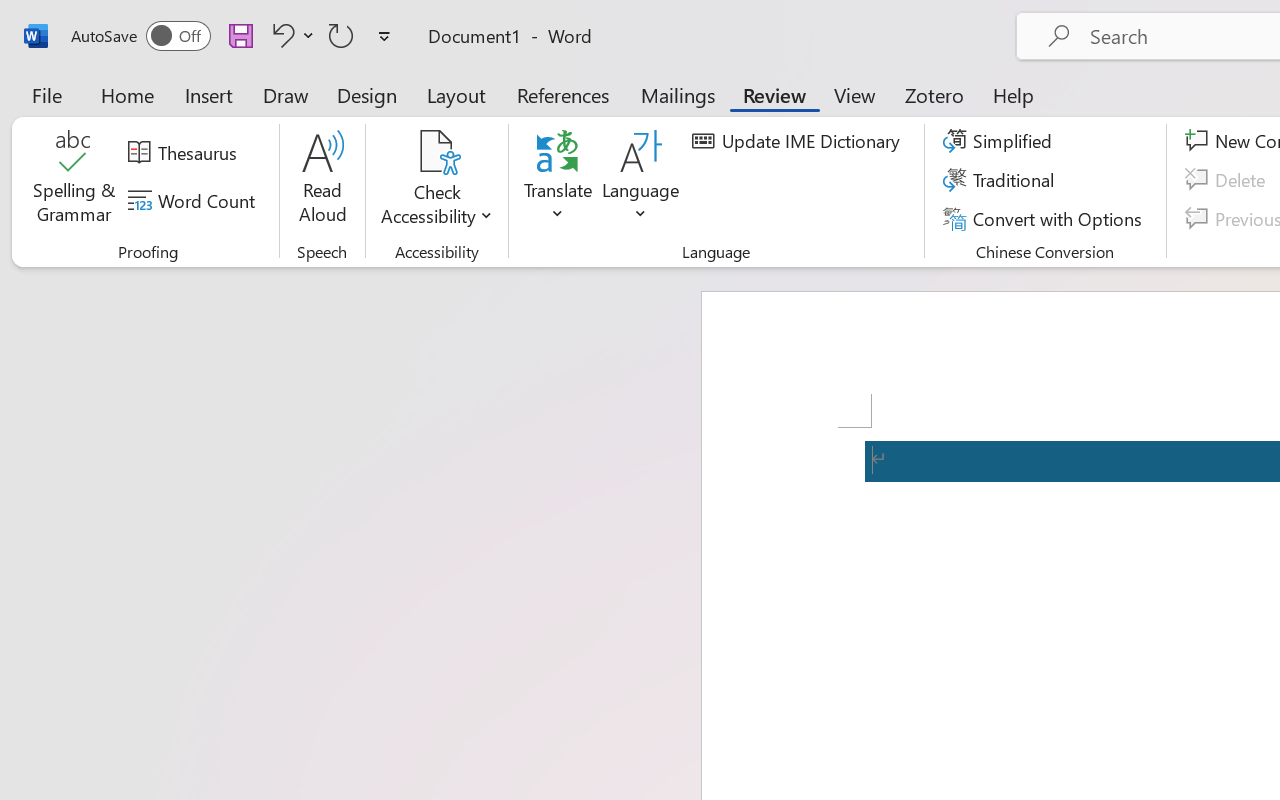 The width and height of the screenshot is (1280, 800). What do you see at coordinates (798, 141) in the screenshot?
I see `'Update IME Dictionary...'` at bounding box center [798, 141].